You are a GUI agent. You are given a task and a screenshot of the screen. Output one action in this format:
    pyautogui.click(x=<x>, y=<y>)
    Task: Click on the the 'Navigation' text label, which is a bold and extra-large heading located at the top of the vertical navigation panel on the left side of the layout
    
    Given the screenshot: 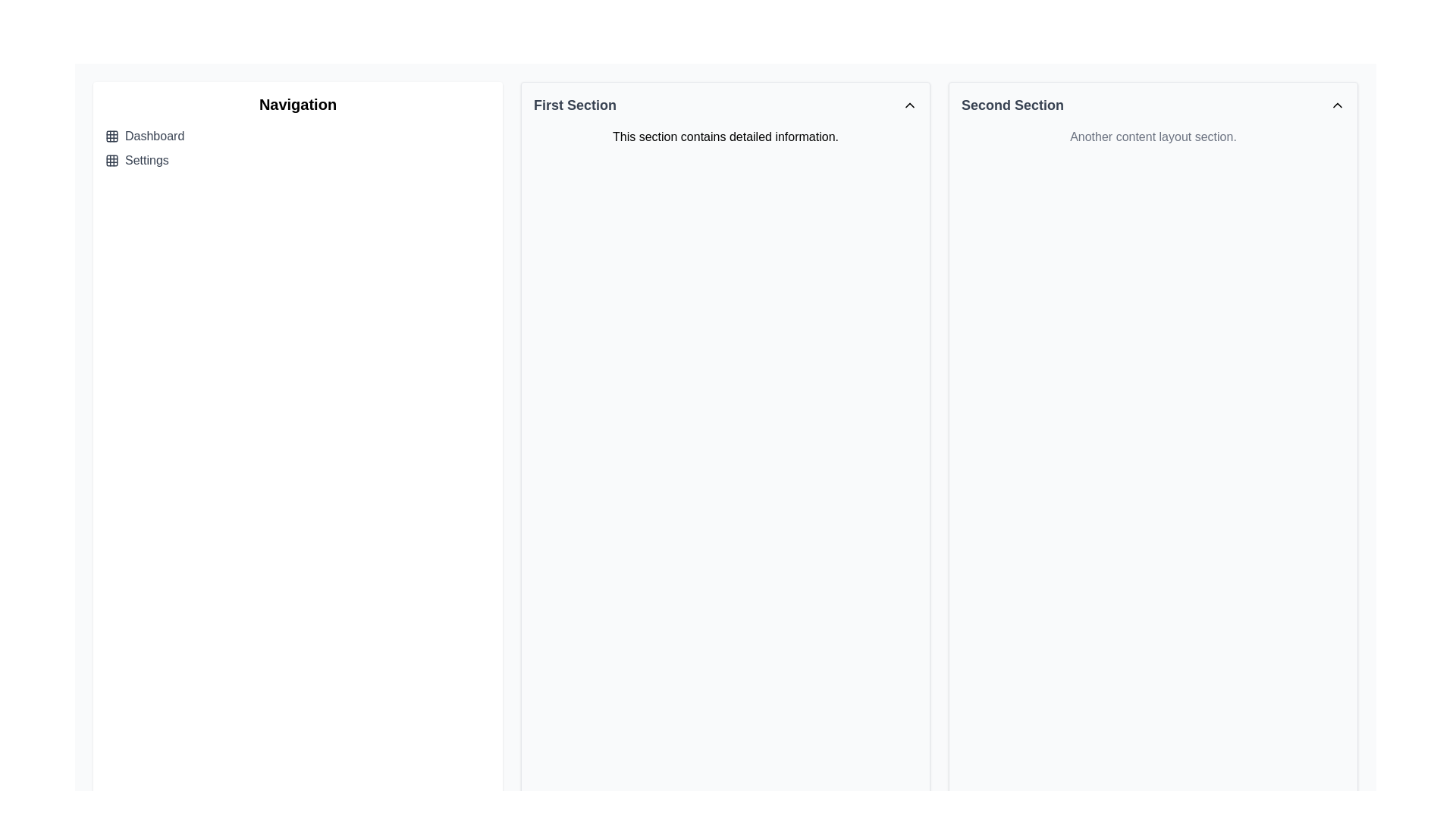 What is the action you would take?
    pyautogui.click(x=298, y=104)
    